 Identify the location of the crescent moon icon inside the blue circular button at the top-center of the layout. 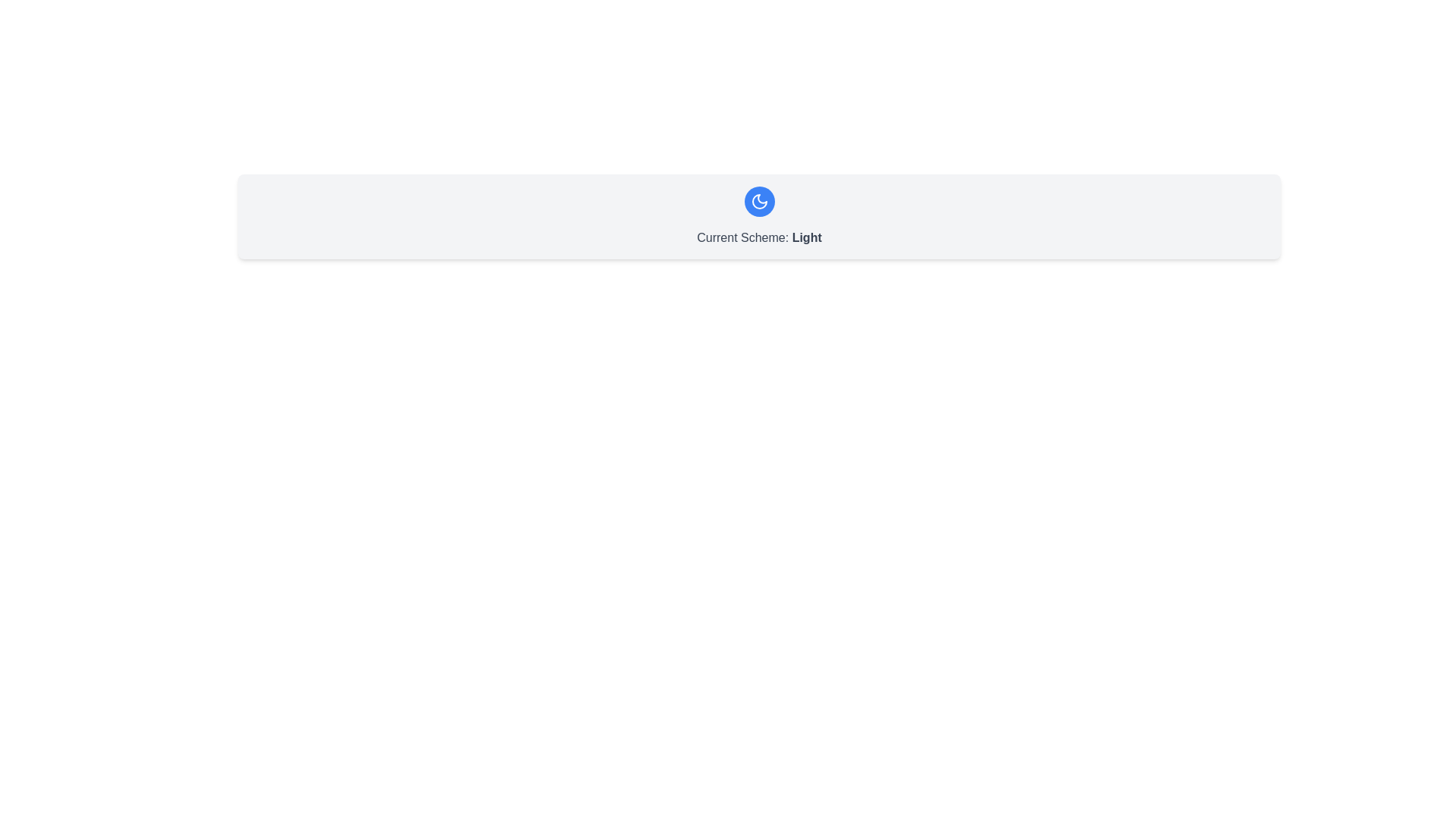
(759, 201).